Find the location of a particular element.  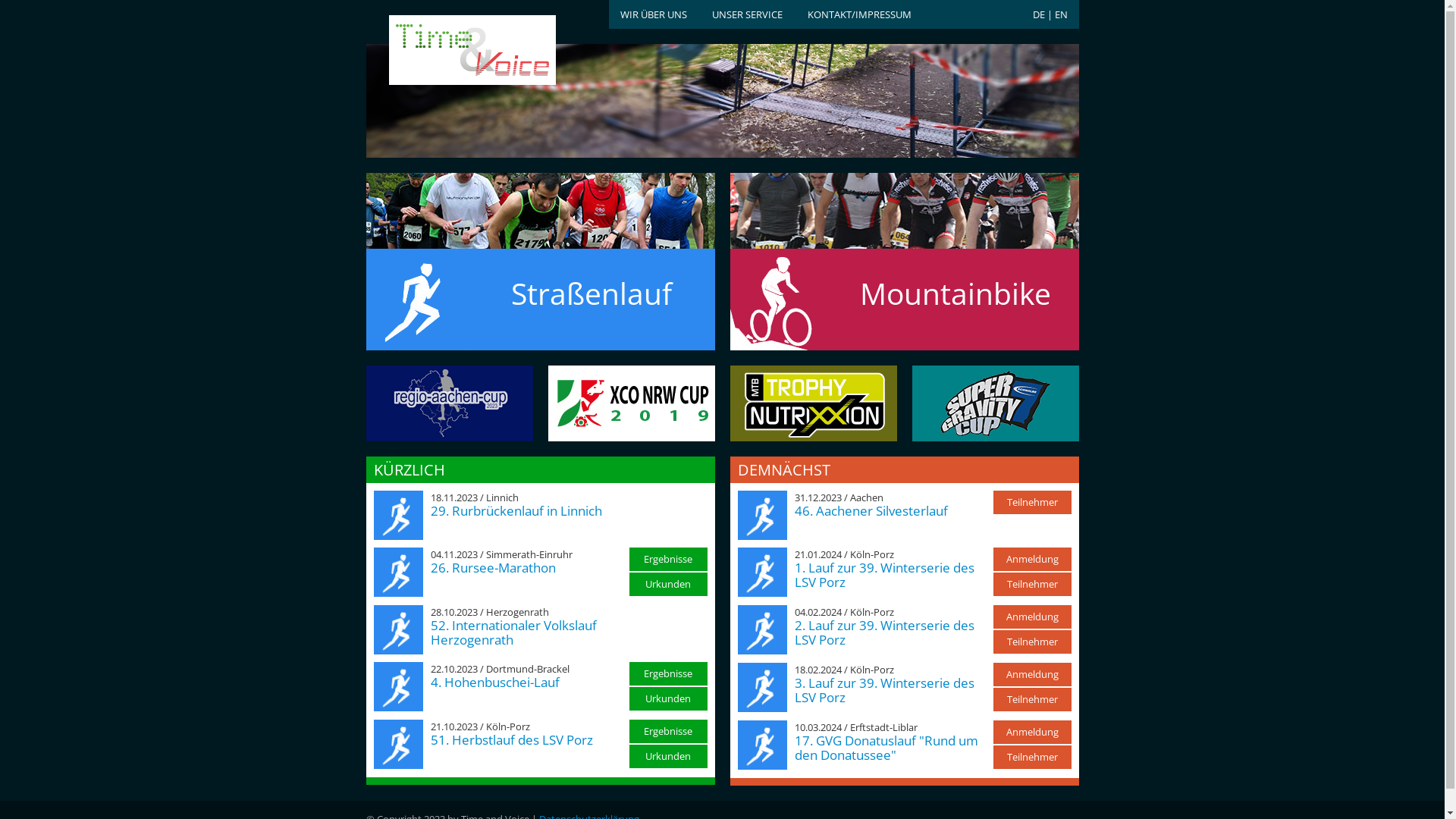

'26. Rursee-Marathon' is located at coordinates (493, 567).